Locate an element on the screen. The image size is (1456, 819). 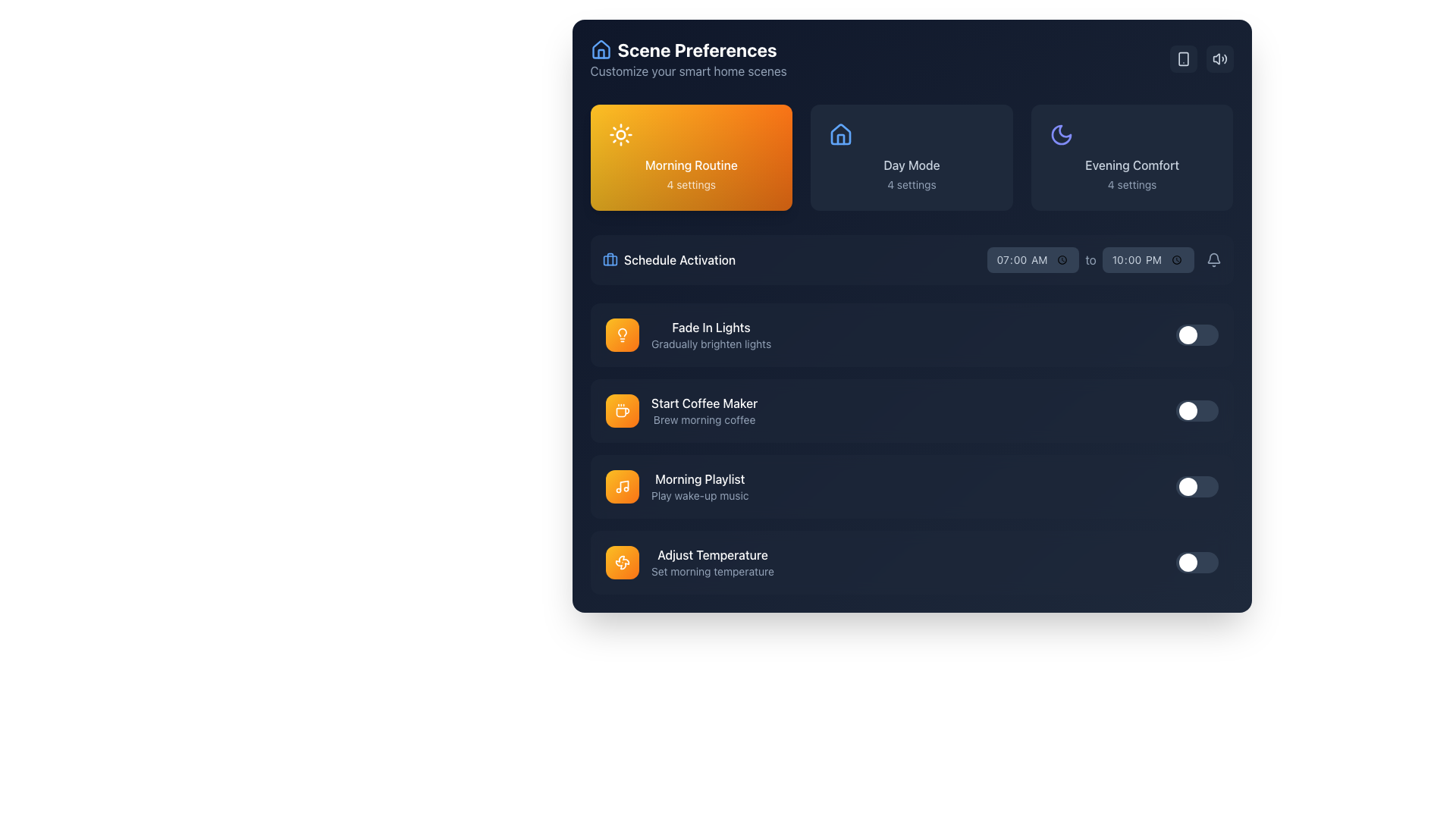
the toggle switch located to the far right of the 'Fade In Lights' text in the 'Scene Preferences' section to switch it on or off is located at coordinates (1196, 334).